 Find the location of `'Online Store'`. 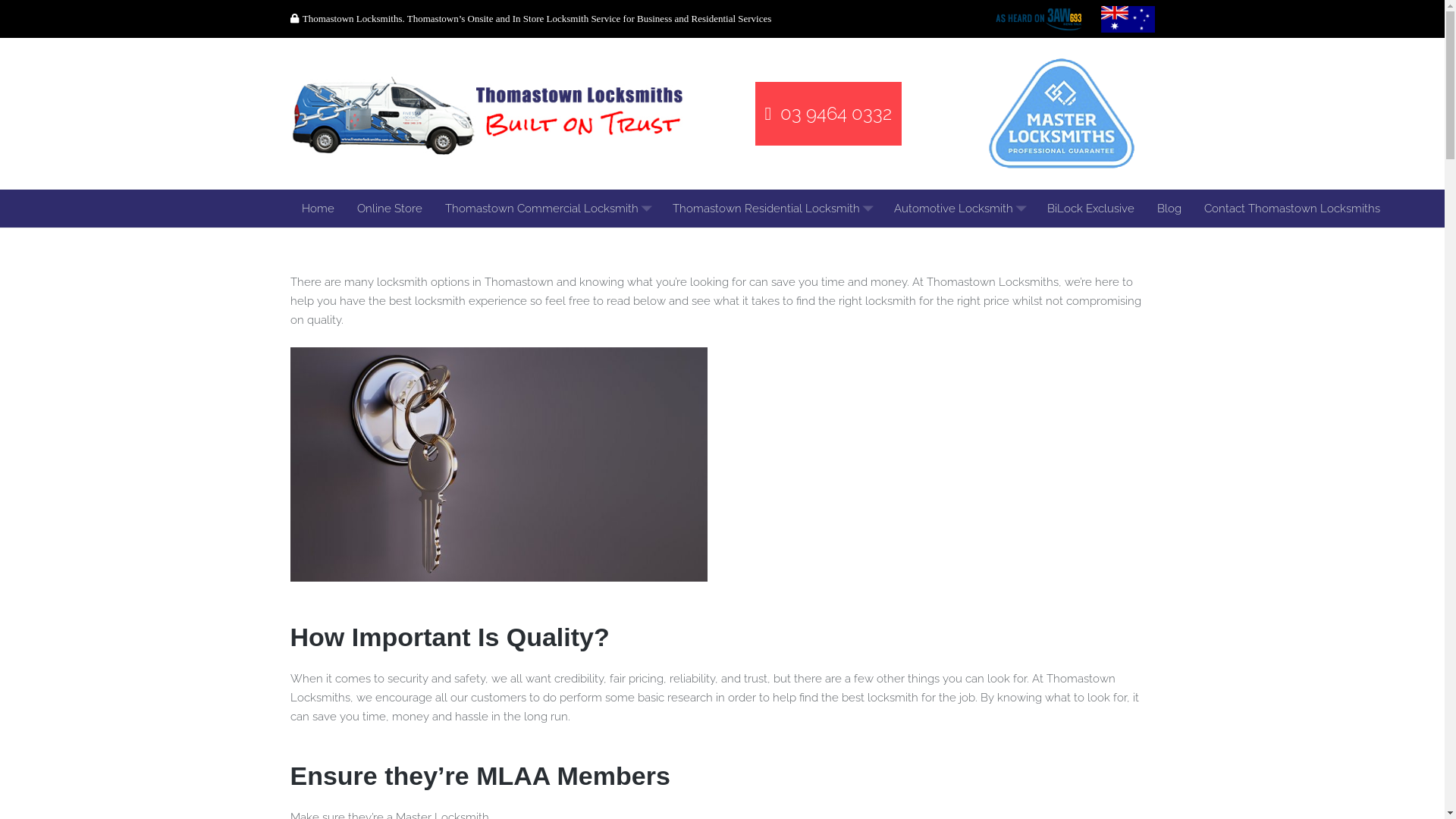

'Online Store' is located at coordinates (345, 208).